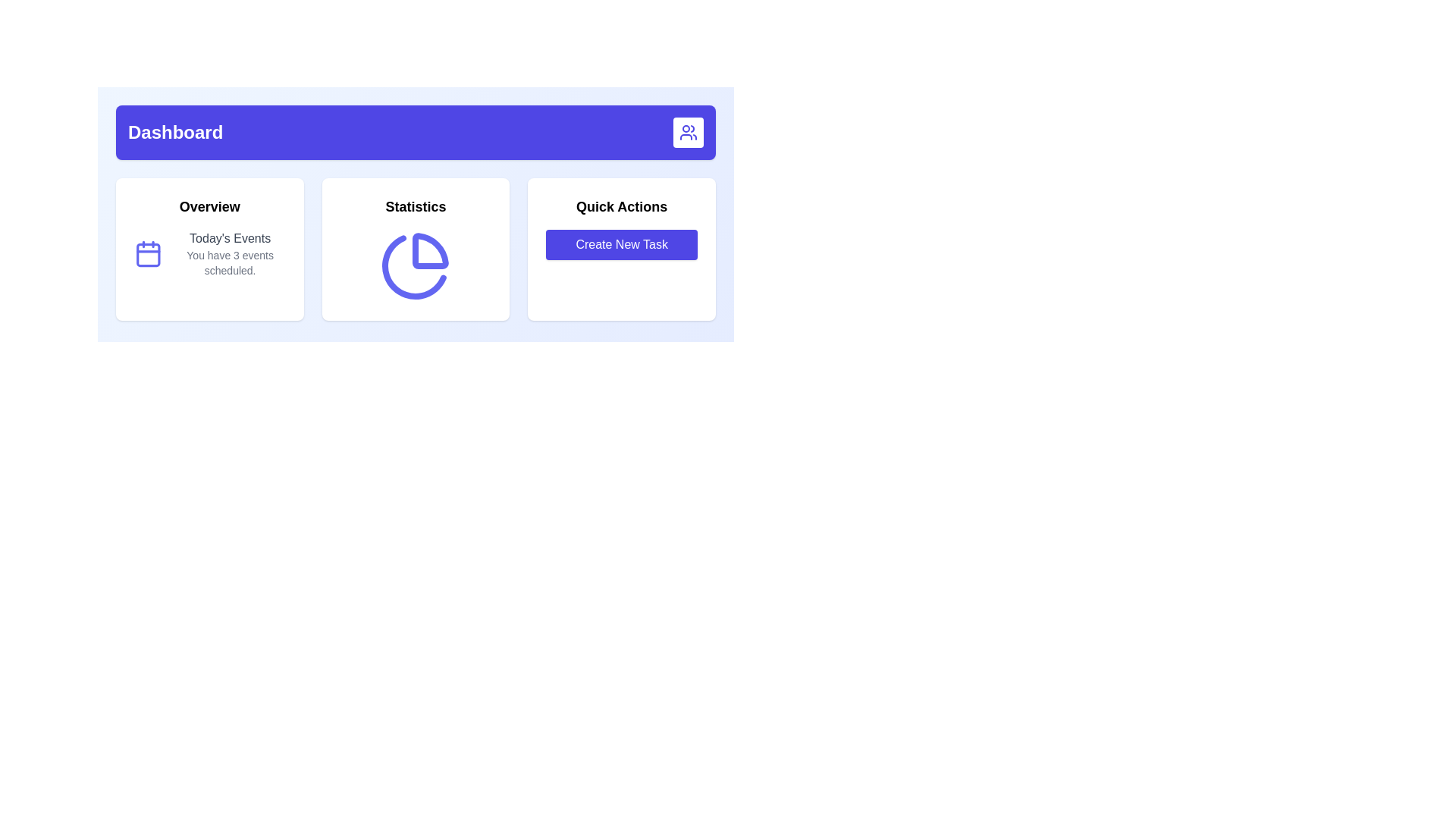 This screenshot has height=819, width=1456. What do you see at coordinates (148, 253) in the screenshot?
I see `the calendar icon` at bounding box center [148, 253].